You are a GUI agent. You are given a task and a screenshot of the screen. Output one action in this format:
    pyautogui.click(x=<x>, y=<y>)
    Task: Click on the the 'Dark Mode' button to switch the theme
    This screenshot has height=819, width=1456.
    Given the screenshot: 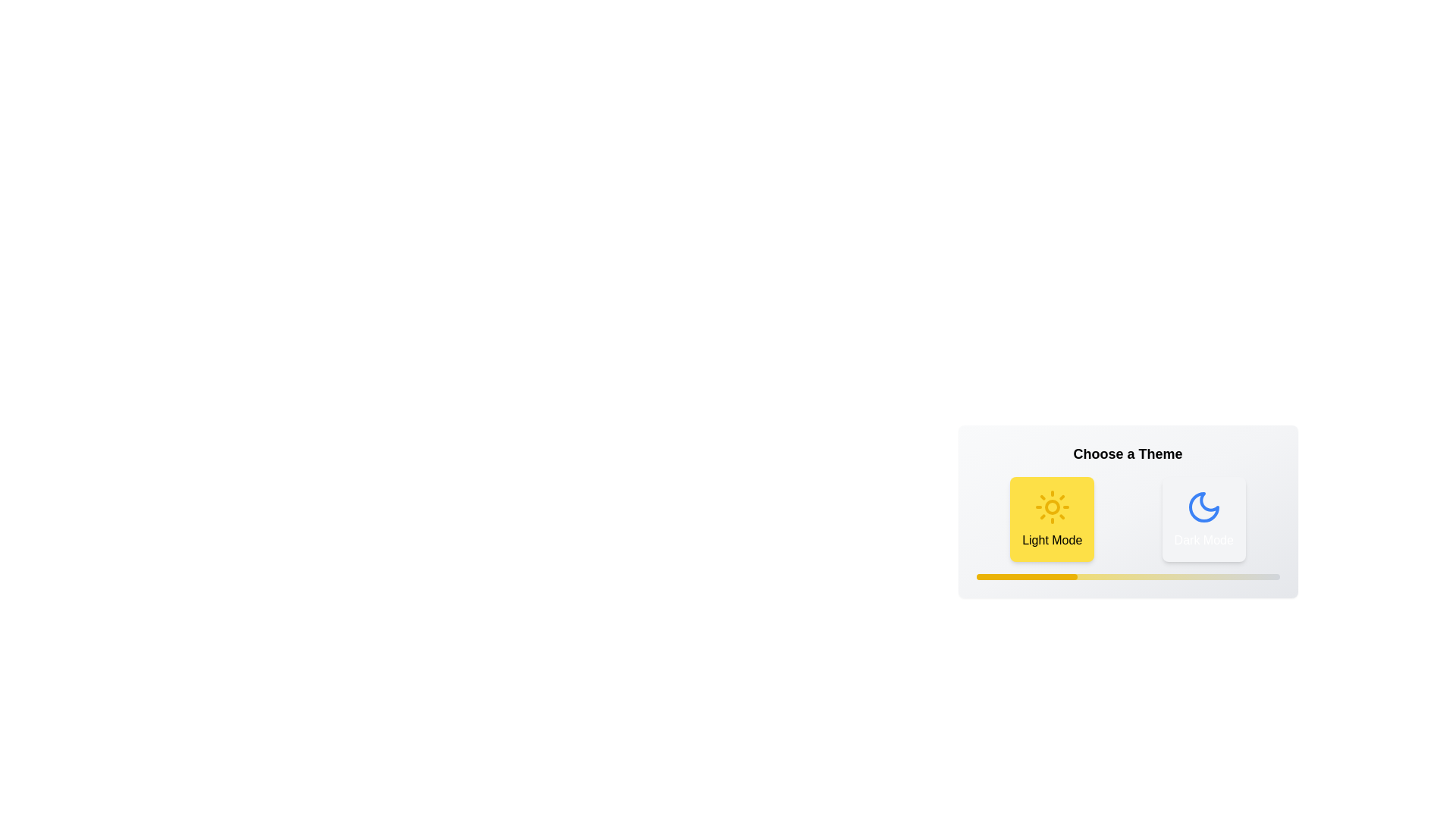 What is the action you would take?
    pyautogui.click(x=1203, y=519)
    